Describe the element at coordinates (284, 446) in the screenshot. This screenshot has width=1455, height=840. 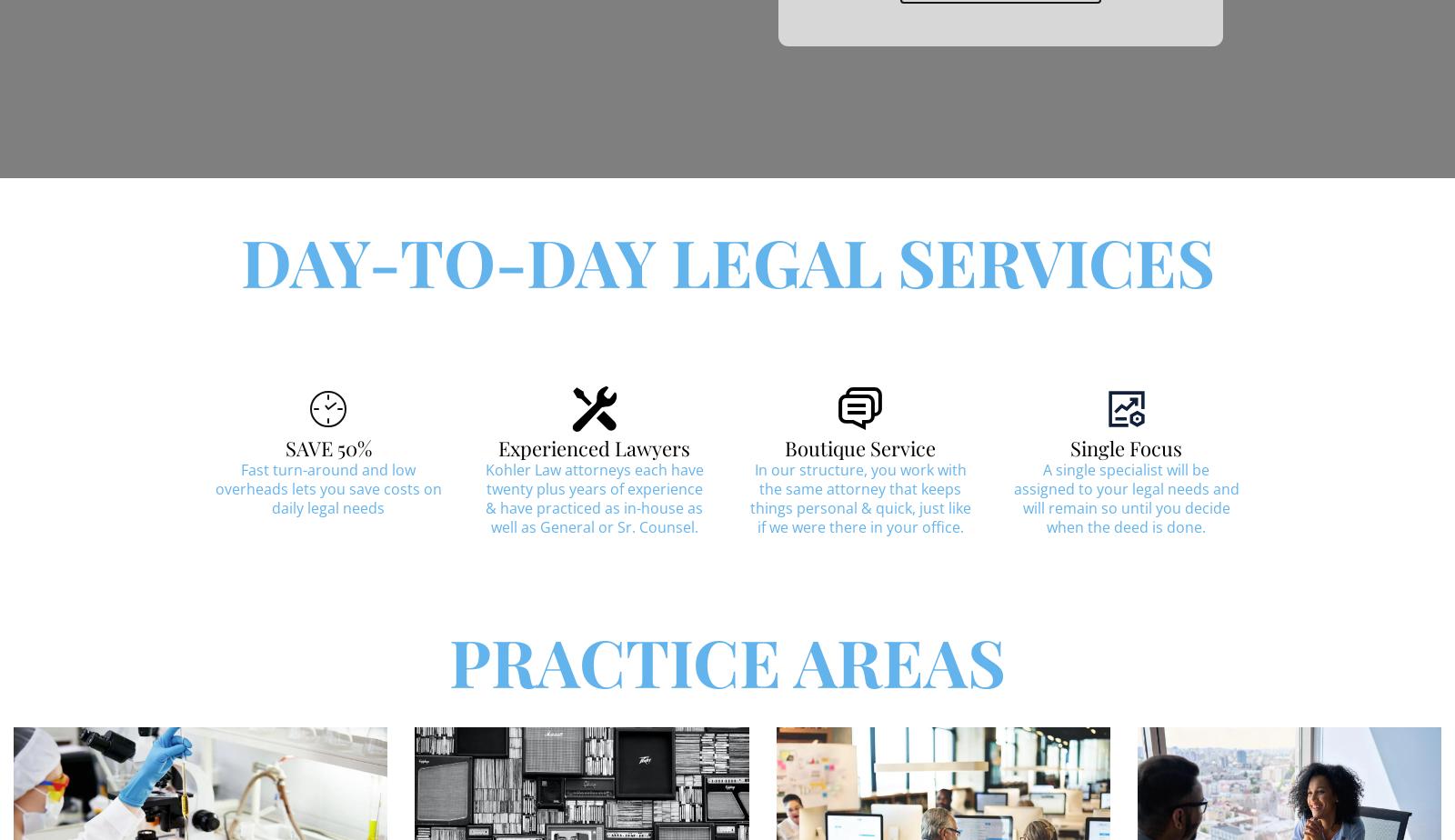
I see `'SAVE 50%'` at that location.